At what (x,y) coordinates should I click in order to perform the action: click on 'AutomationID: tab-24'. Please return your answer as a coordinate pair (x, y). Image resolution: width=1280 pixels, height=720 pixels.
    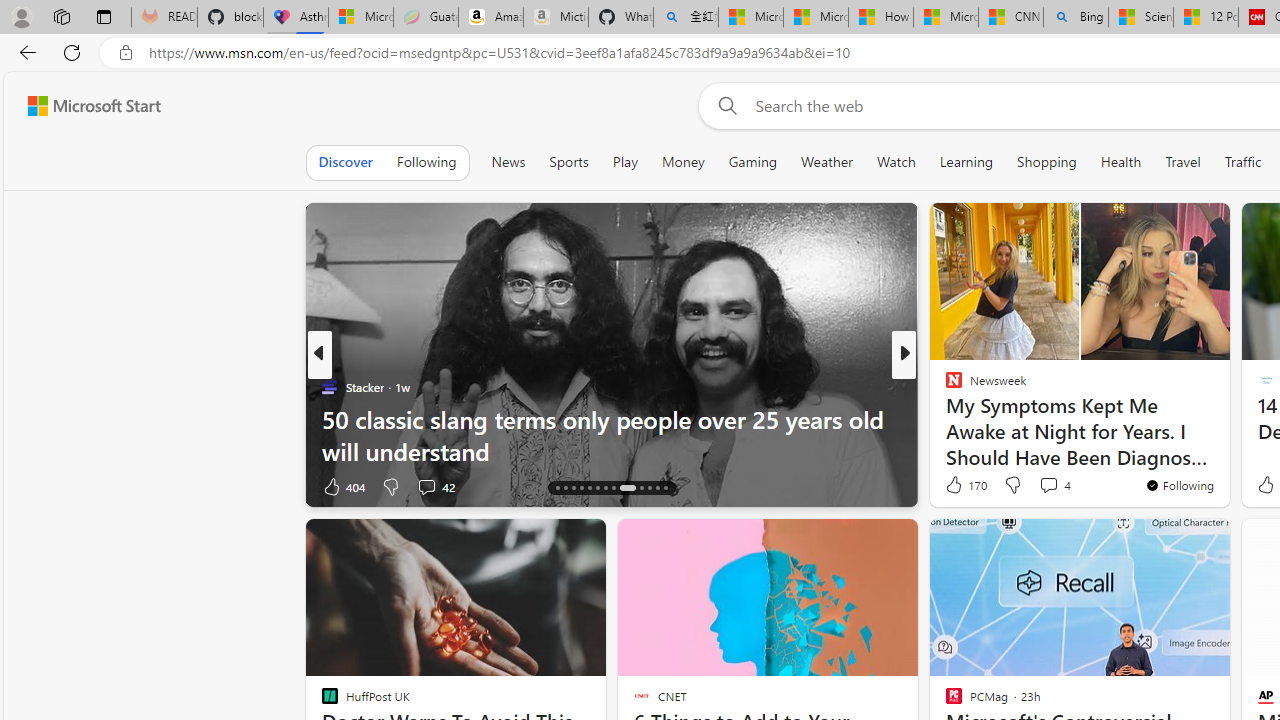
    Looking at the image, I should click on (649, 488).